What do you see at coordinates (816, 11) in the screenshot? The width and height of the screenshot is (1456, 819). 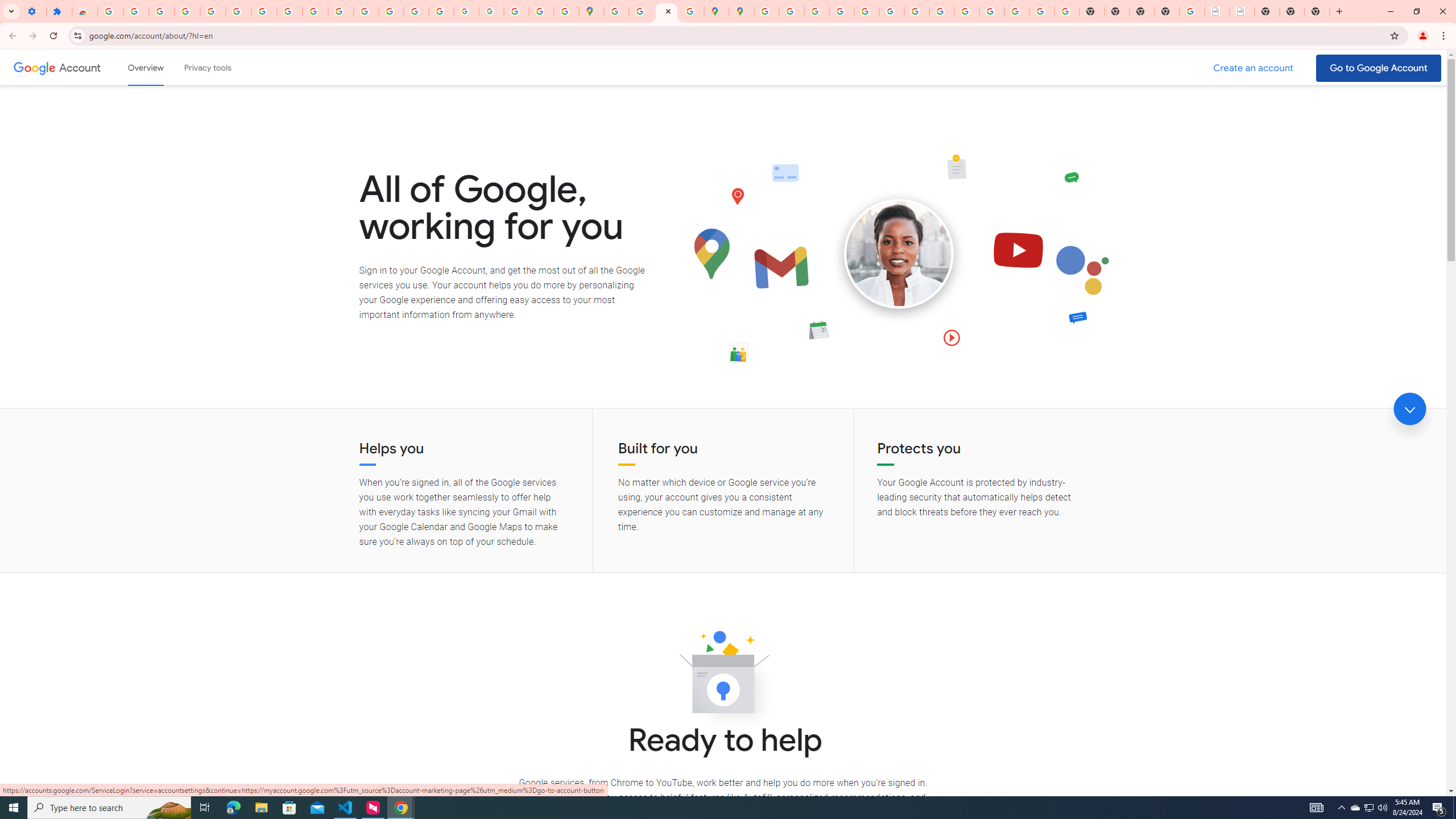 I see `'Privacy Help Center - Policies Help'` at bounding box center [816, 11].